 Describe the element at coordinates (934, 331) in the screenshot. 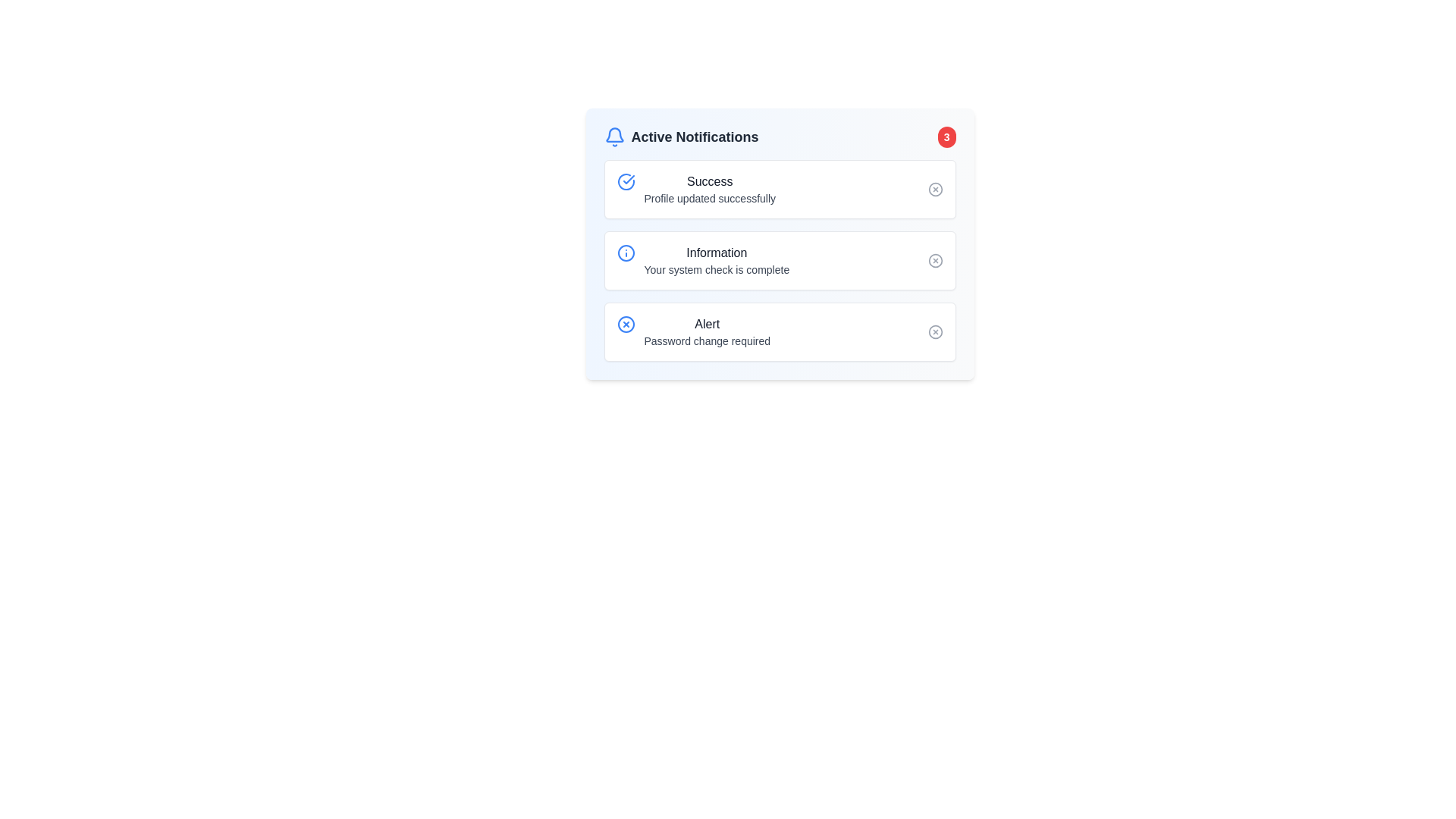

I see `the SVG circle element that is part of the graphical user interface icon within the third notification entry labeled 'Alert'` at that location.